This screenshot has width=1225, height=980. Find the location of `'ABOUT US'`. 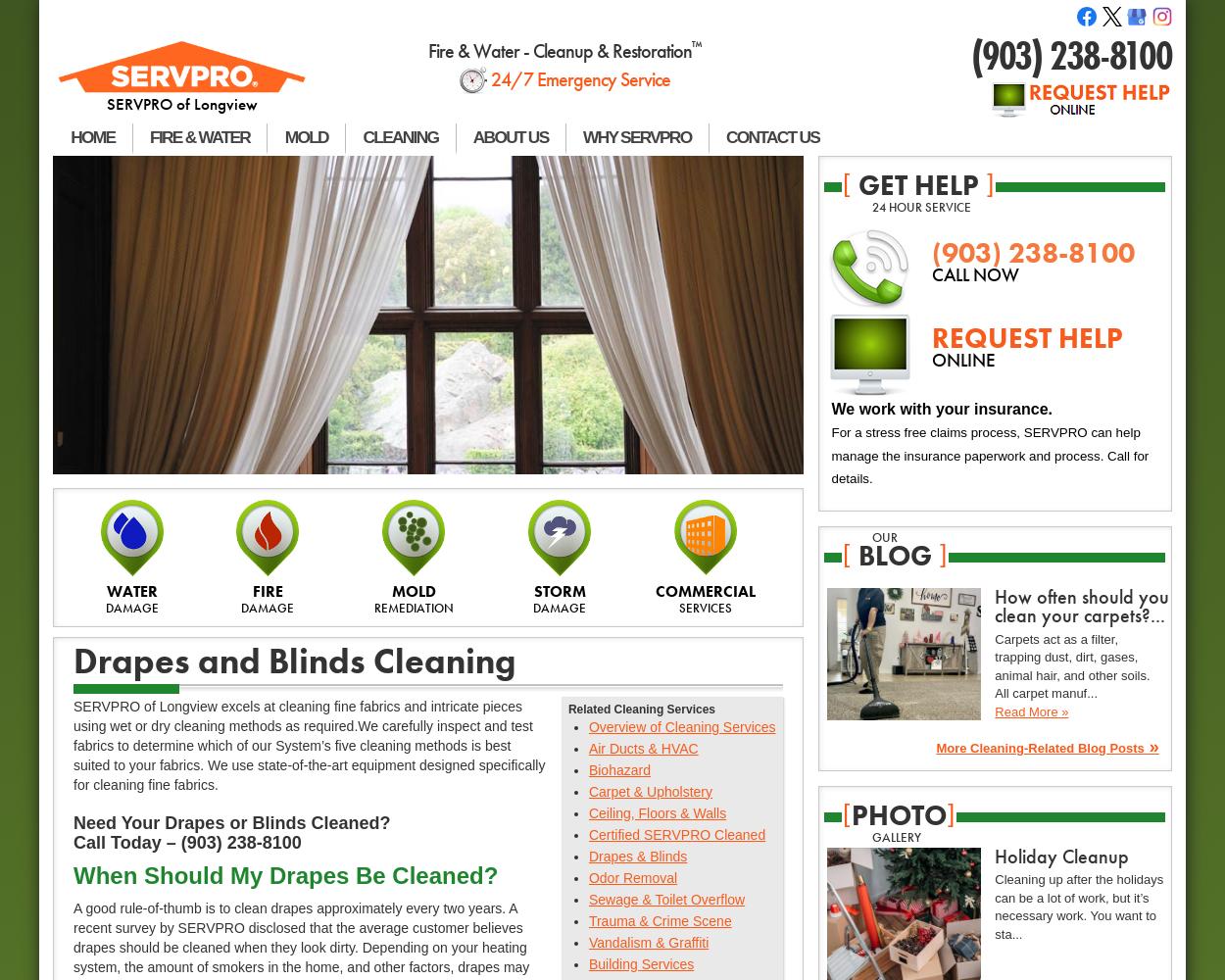

'ABOUT US' is located at coordinates (510, 137).